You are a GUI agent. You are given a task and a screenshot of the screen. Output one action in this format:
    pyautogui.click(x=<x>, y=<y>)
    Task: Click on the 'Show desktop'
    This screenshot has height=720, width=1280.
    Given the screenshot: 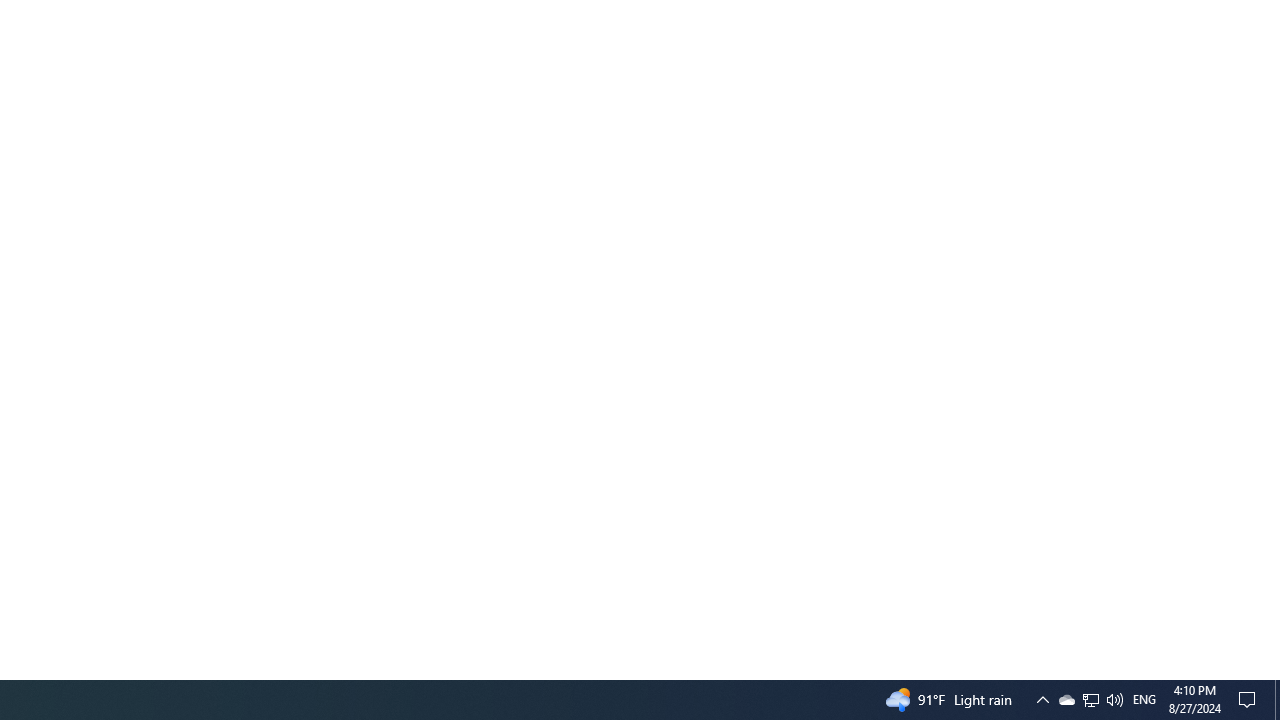 What is the action you would take?
    pyautogui.click(x=1276, y=698)
    